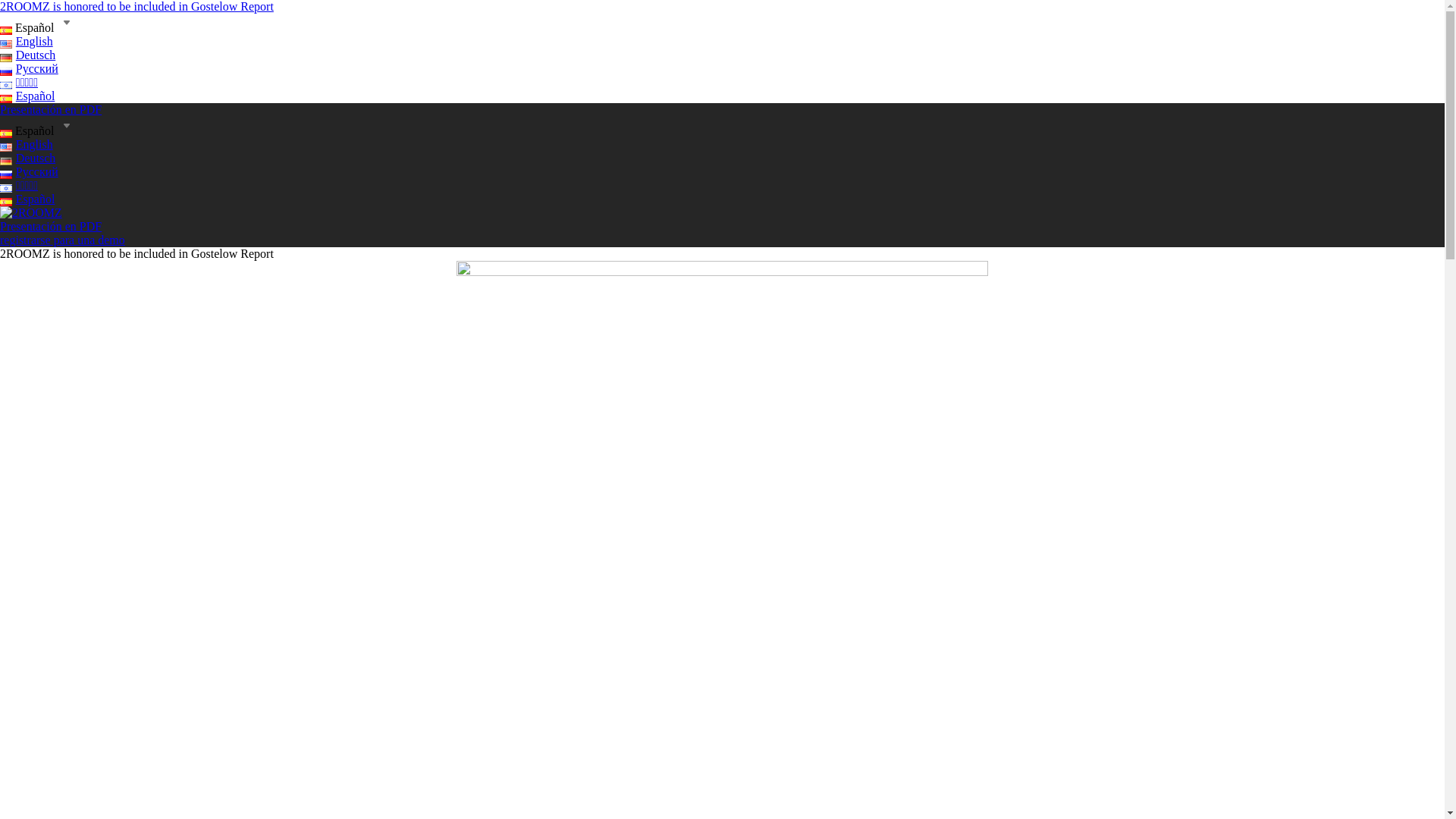  I want to click on 'Deutsch', so click(27, 158).